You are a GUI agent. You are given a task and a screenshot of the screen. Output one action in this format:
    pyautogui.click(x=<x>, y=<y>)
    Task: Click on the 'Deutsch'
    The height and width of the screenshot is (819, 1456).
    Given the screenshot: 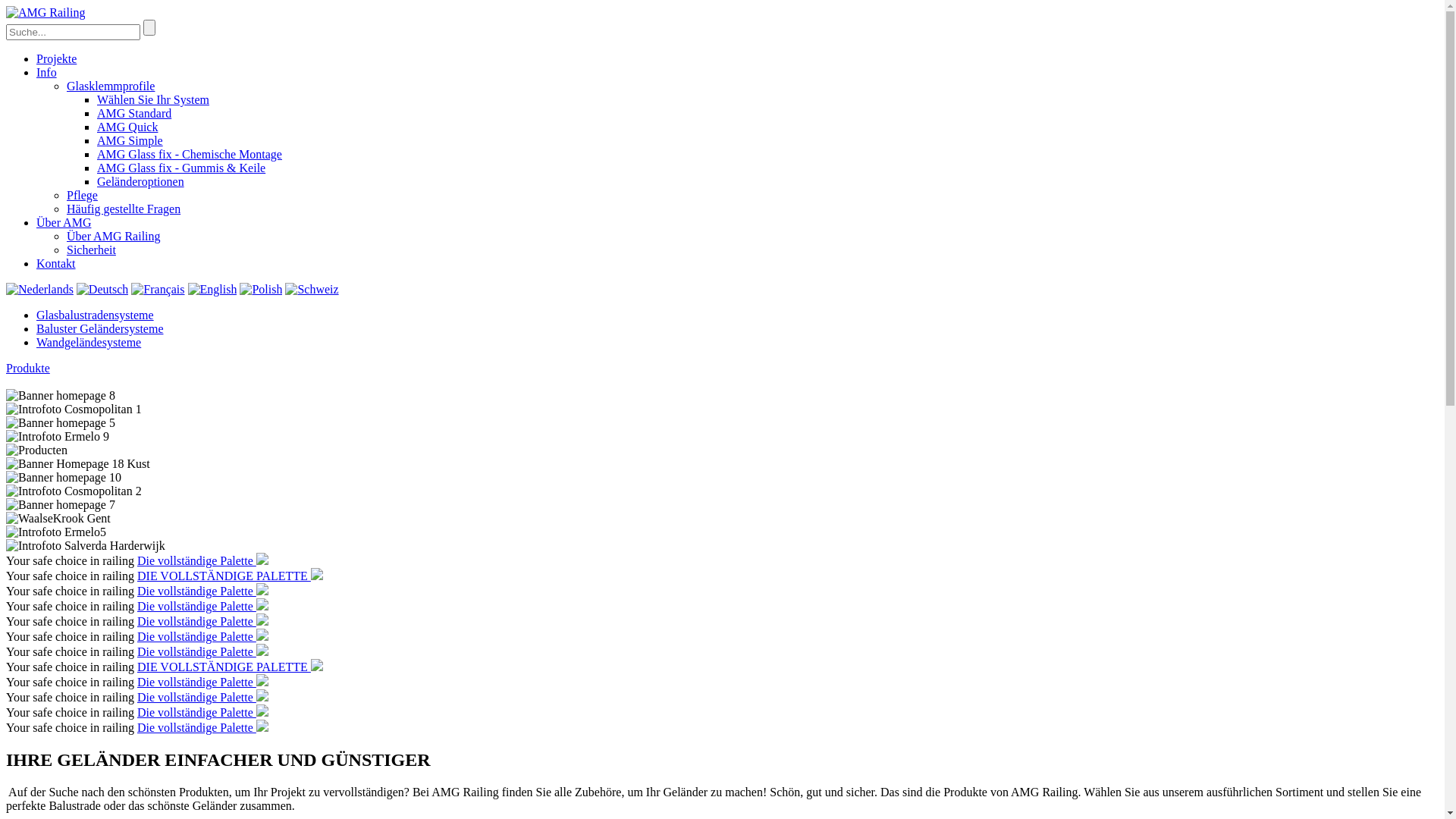 What is the action you would take?
    pyautogui.click(x=101, y=289)
    